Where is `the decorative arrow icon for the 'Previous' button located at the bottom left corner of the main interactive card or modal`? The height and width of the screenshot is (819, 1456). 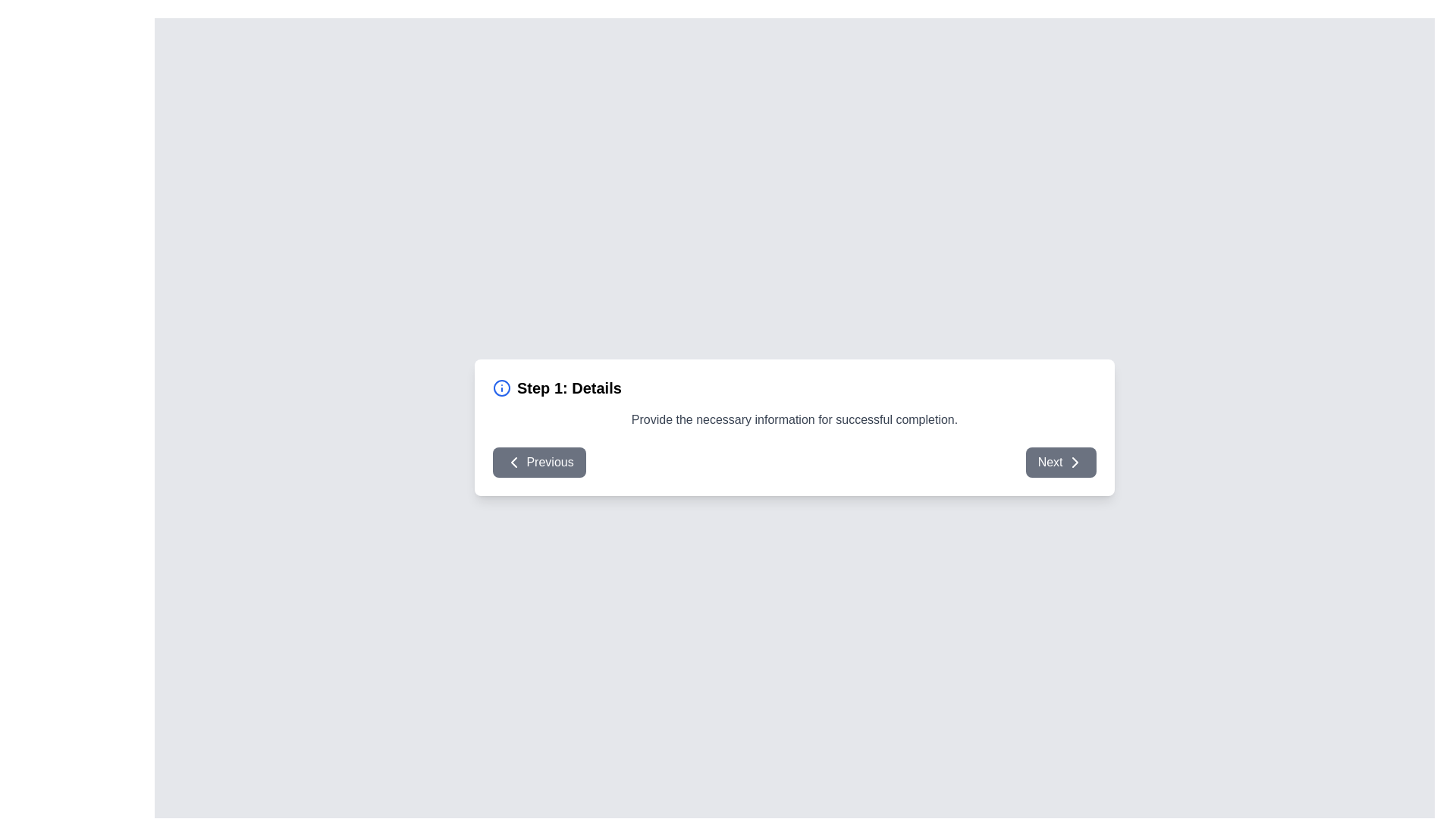
the decorative arrow icon for the 'Previous' button located at the bottom left corner of the main interactive card or modal is located at coordinates (513, 461).